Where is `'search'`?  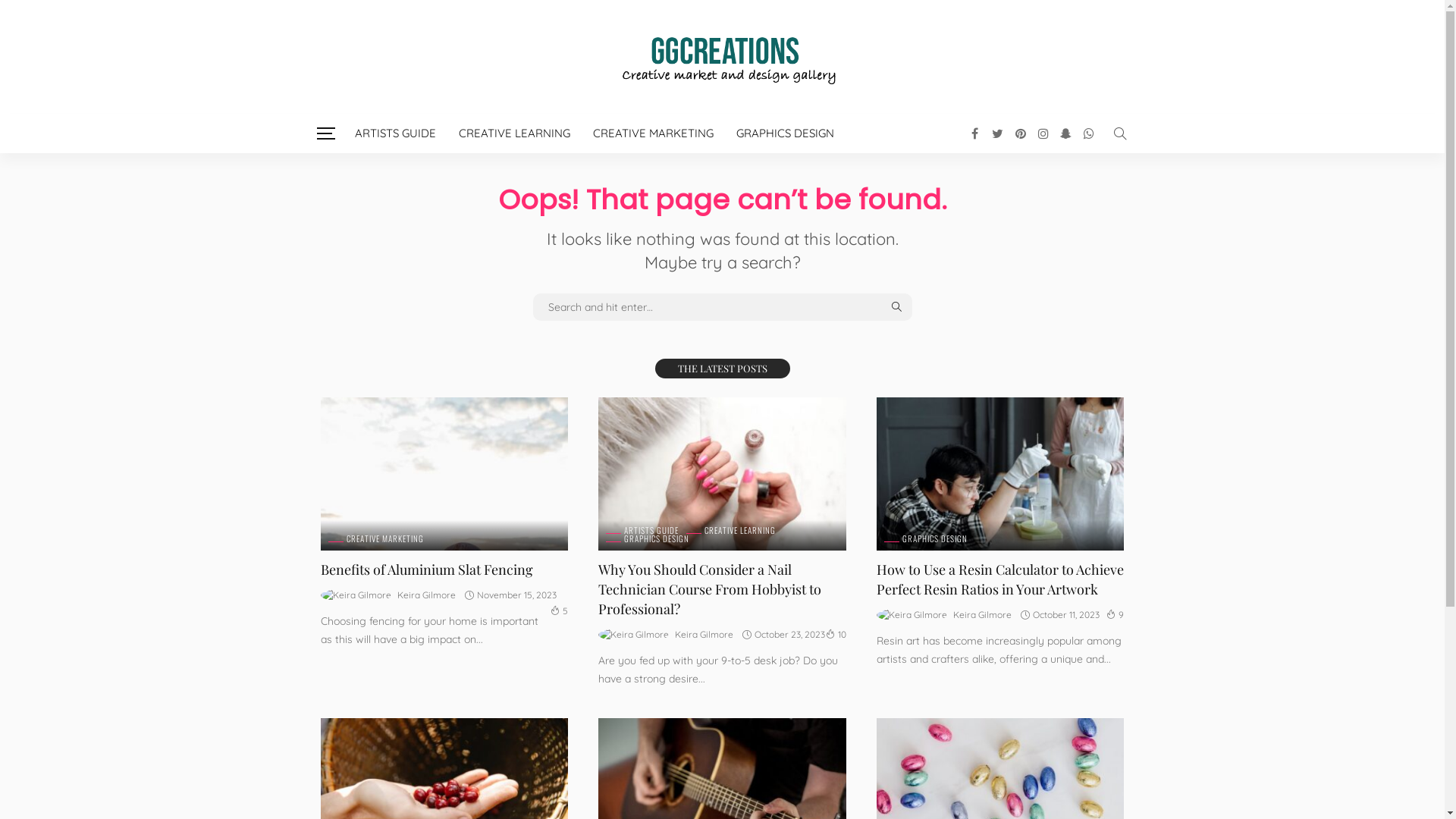
'search' is located at coordinates (1119, 133).